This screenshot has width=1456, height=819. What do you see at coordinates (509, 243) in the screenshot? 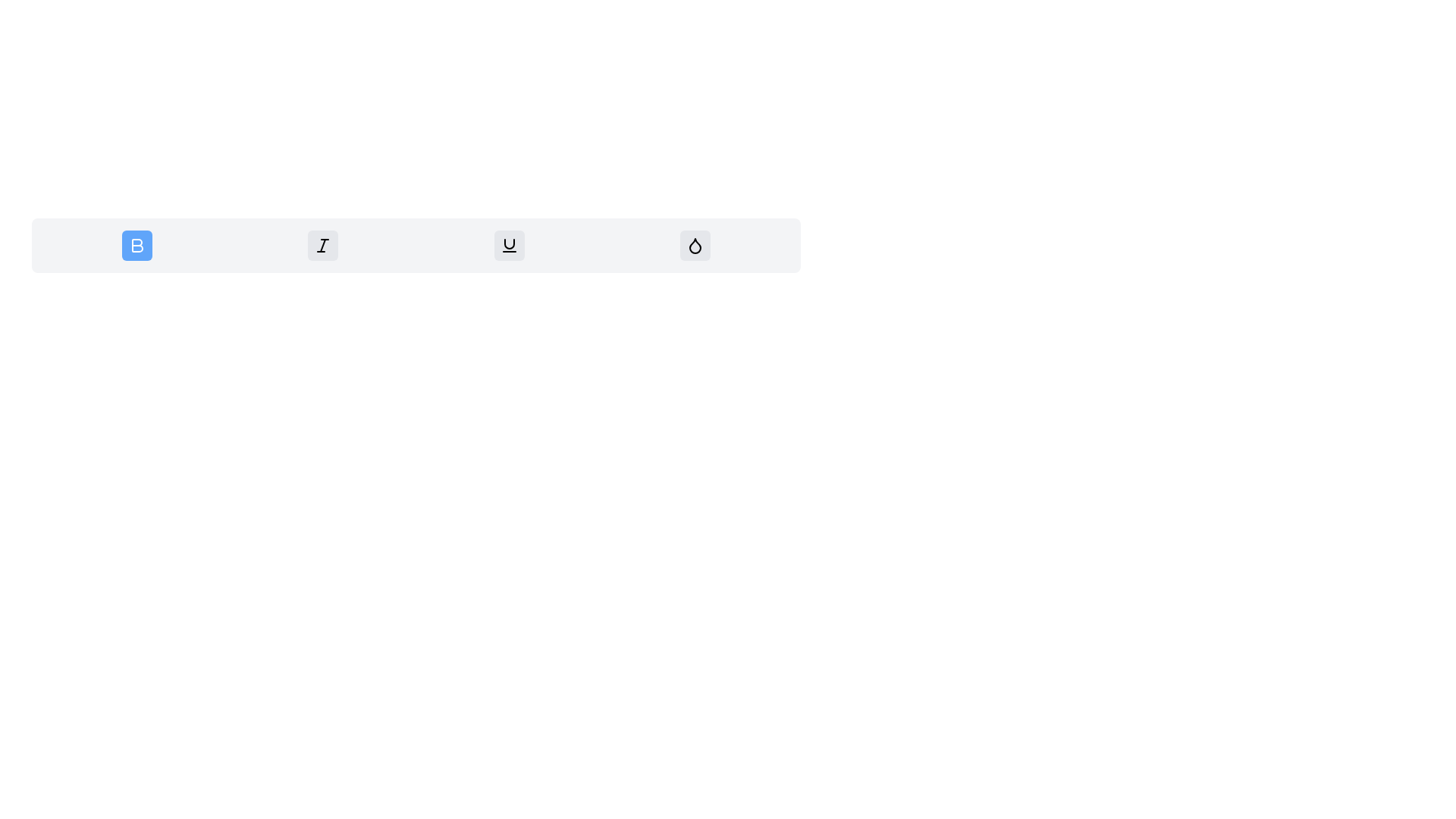
I see `the vector graphic element that resembles a stylized letter 'U' located centrally within the third button of a horizontal toolbar` at bounding box center [509, 243].